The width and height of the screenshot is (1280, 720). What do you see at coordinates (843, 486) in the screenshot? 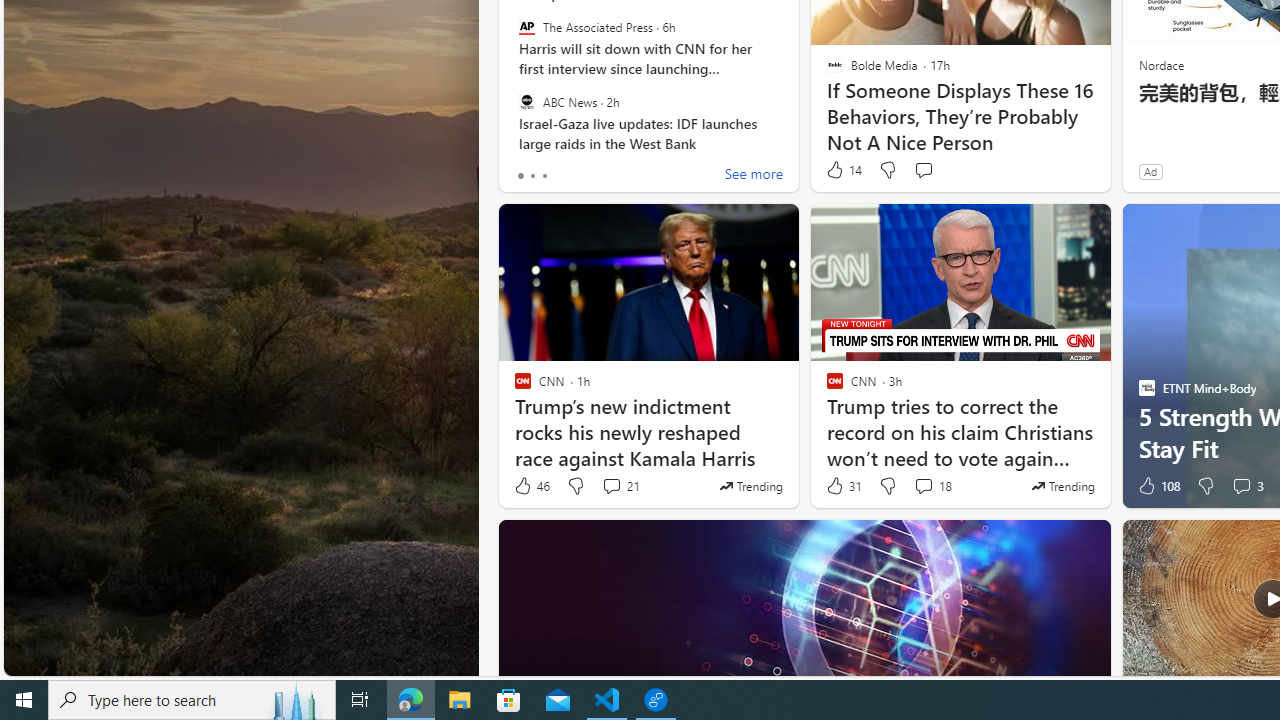
I see `'31 Like'` at bounding box center [843, 486].